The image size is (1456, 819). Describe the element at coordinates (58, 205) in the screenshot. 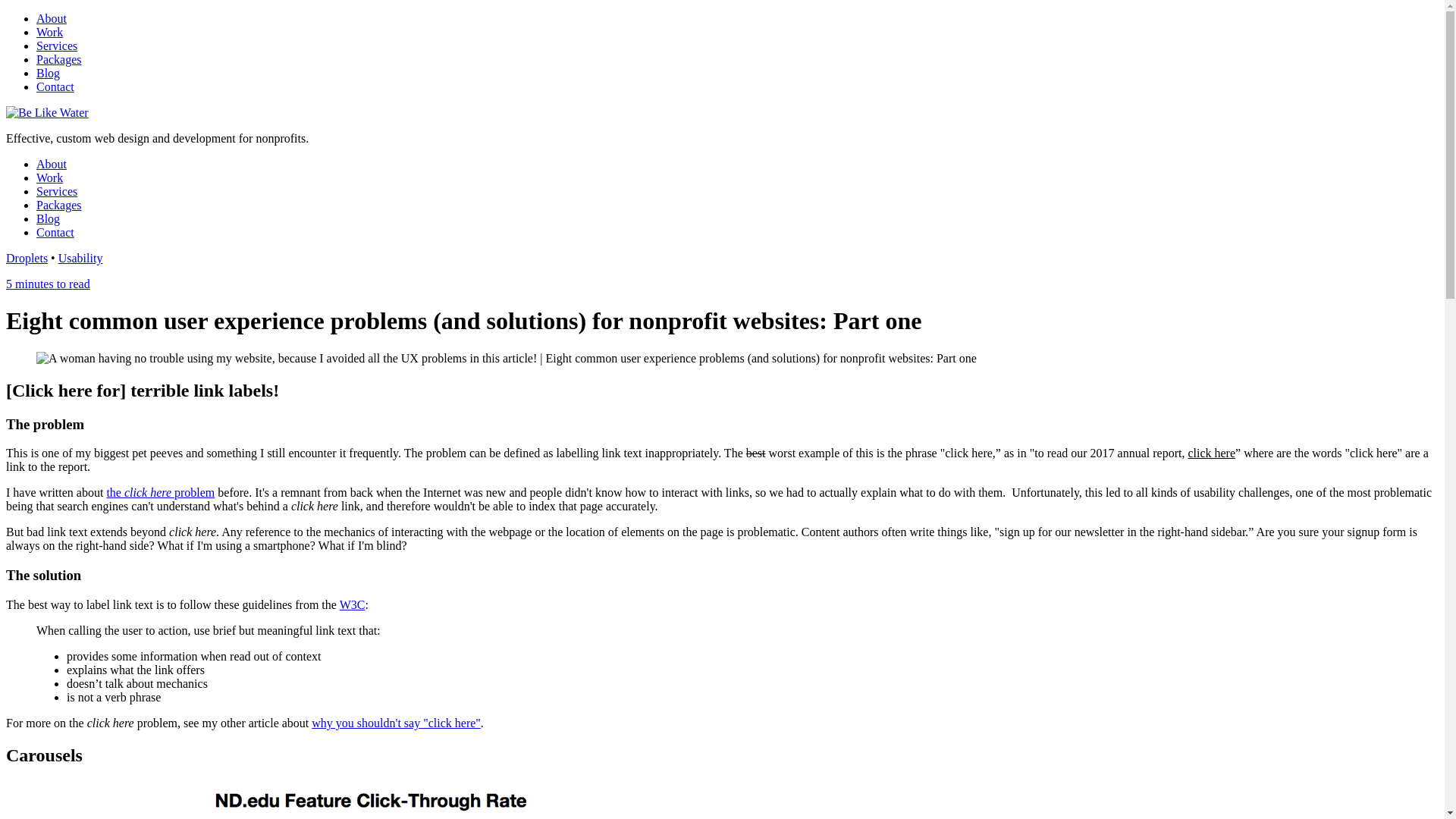

I see `'Packages'` at that location.